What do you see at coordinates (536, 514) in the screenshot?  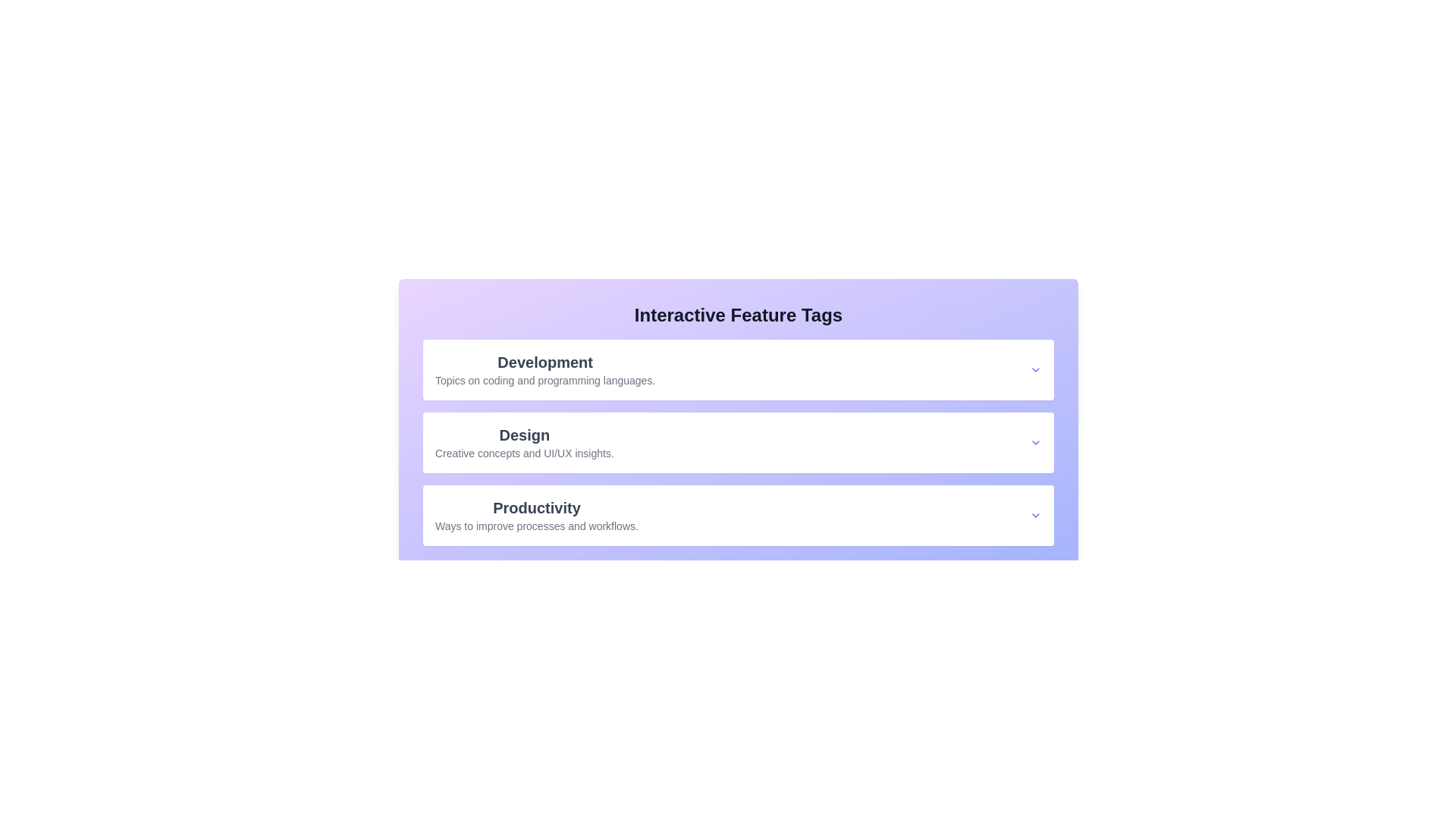 I see `the 'Productivity' text block, which contains a bold heading and a lighter subtitle` at bounding box center [536, 514].